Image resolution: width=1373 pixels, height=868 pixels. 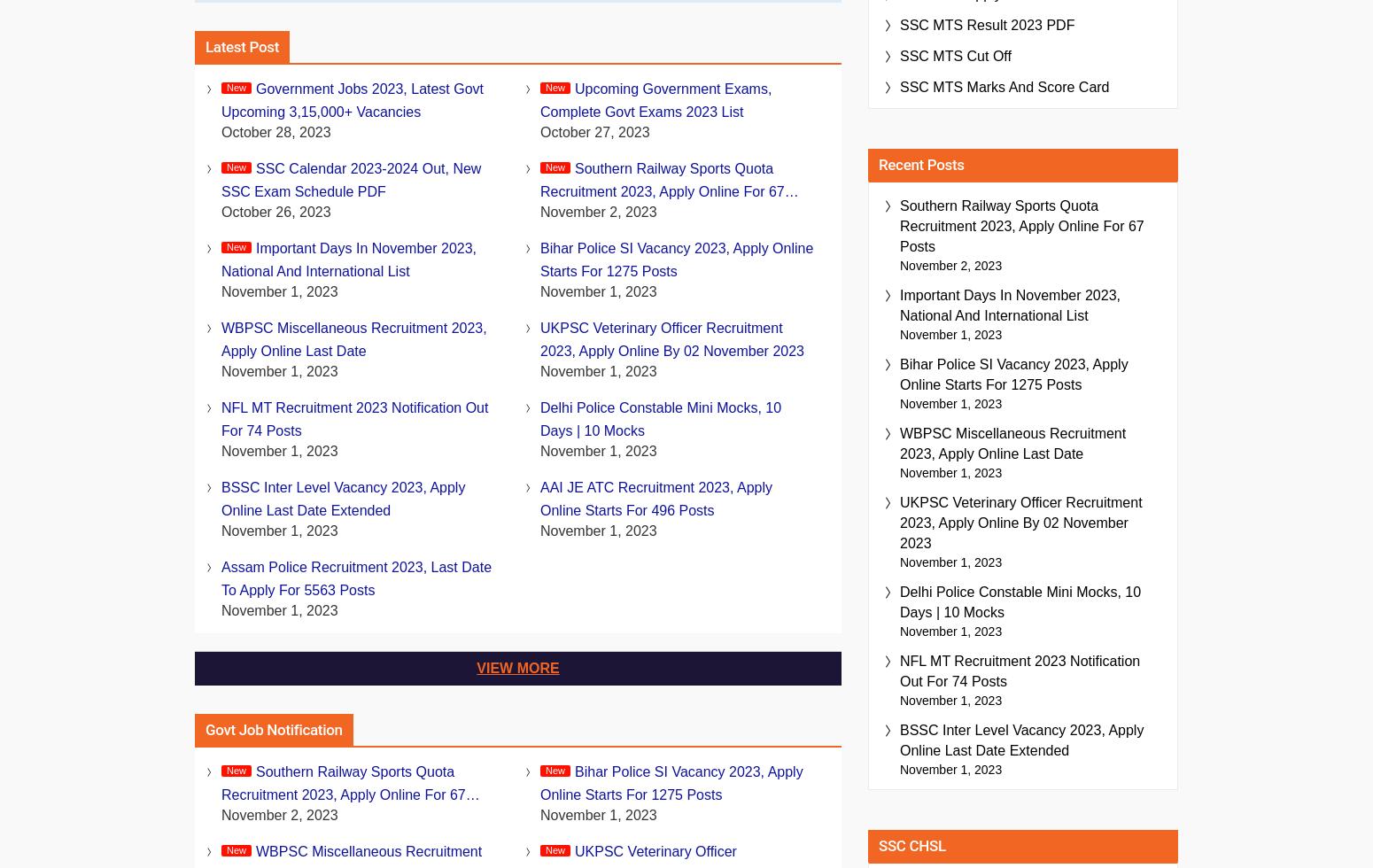 What do you see at coordinates (275, 212) in the screenshot?
I see `'October 26, 2023'` at bounding box center [275, 212].